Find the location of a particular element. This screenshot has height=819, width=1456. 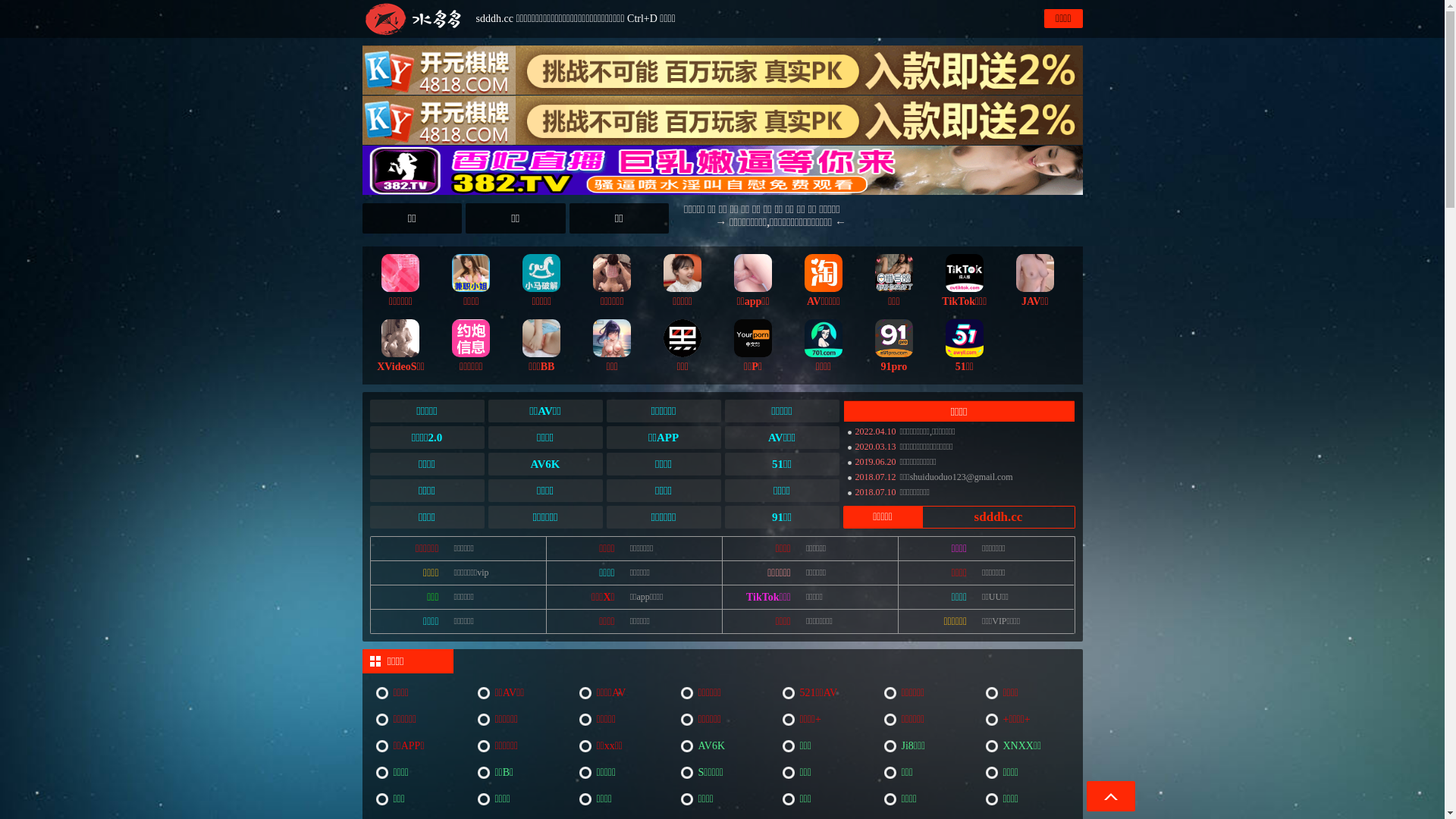

'AV6K' is located at coordinates (545, 463).